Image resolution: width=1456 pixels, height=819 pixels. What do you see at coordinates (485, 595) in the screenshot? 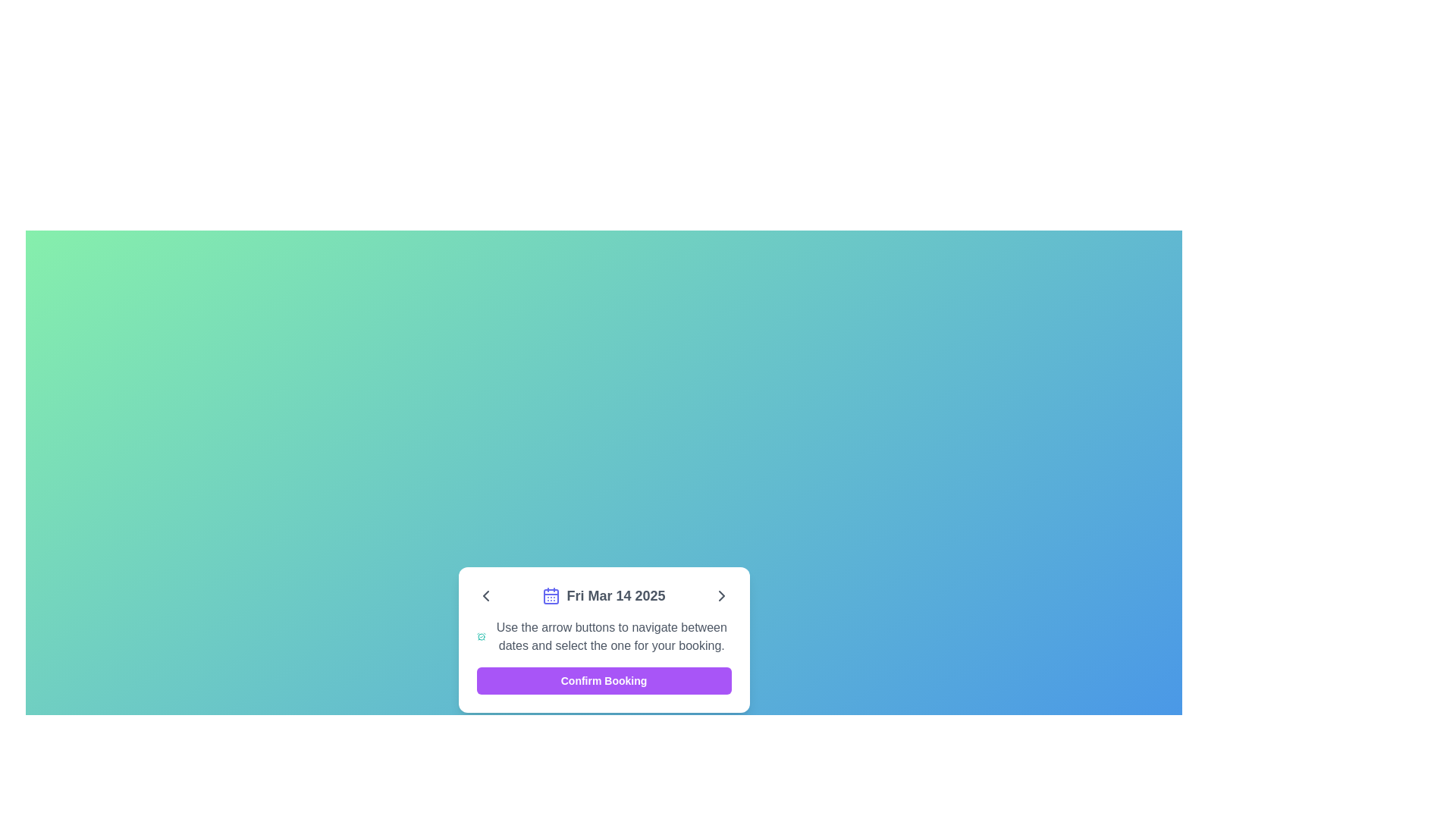
I see `the leftward-pointing arrow icon button located in the navigation control toolbar, which is positioned to the left of the date display 'Fri Mar 14 2025'` at bounding box center [485, 595].